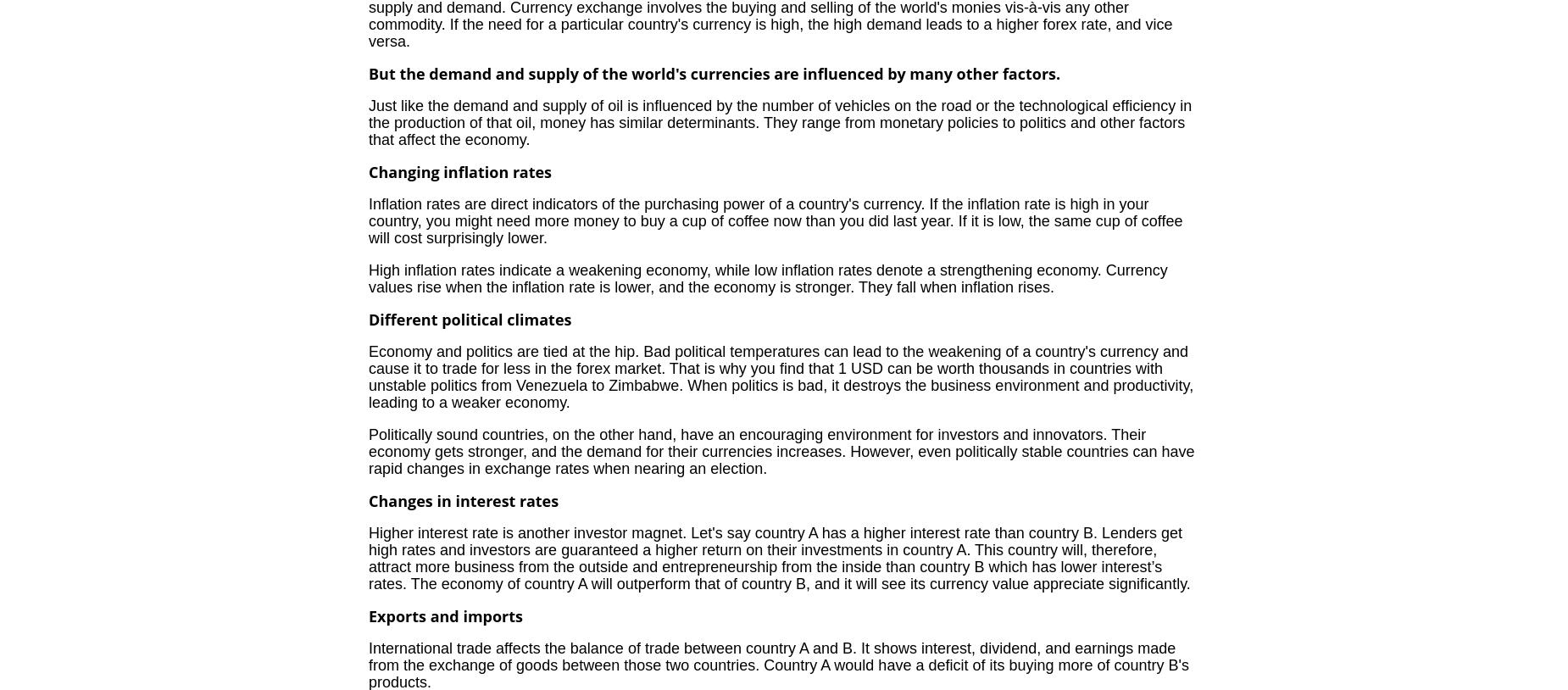  I want to click on 'Economy and politics are tied at the hip. Bad political temperatures can lead to the weakening of a country's currency and cause it to trade for less in the forex market. That is why you find that 1 USD can be worth thousands in countries with unstable politics from Venezuela to Zimbabwe. When politics is bad, it destroys the business environment and productivity, leading to a weaker economy.', so click(367, 376).